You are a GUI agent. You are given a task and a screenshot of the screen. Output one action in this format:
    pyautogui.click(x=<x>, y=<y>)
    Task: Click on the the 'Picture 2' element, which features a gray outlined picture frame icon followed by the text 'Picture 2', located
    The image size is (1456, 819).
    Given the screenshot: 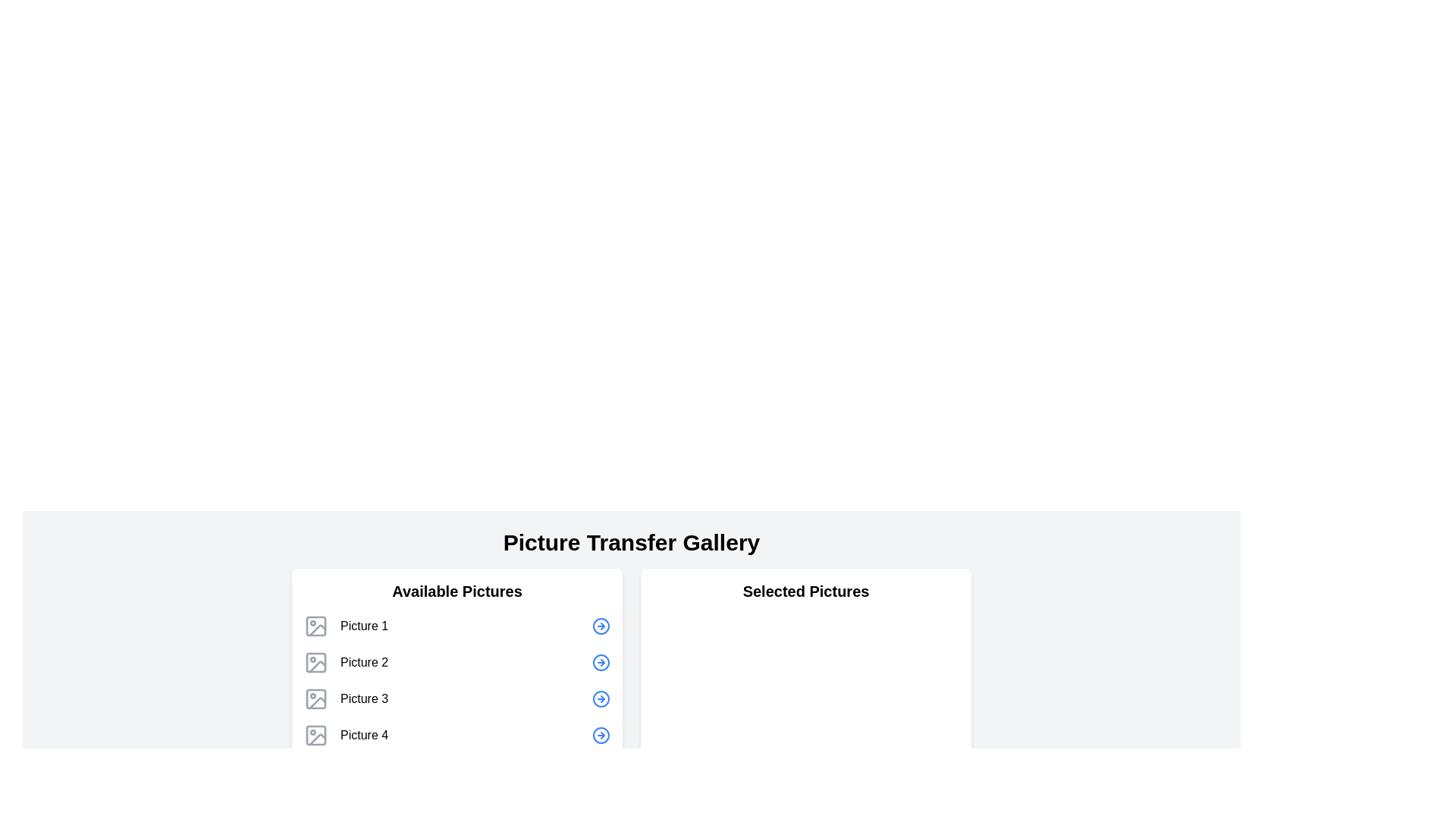 What is the action you would take?
    pyautogui.click(x=345, y=662)
    